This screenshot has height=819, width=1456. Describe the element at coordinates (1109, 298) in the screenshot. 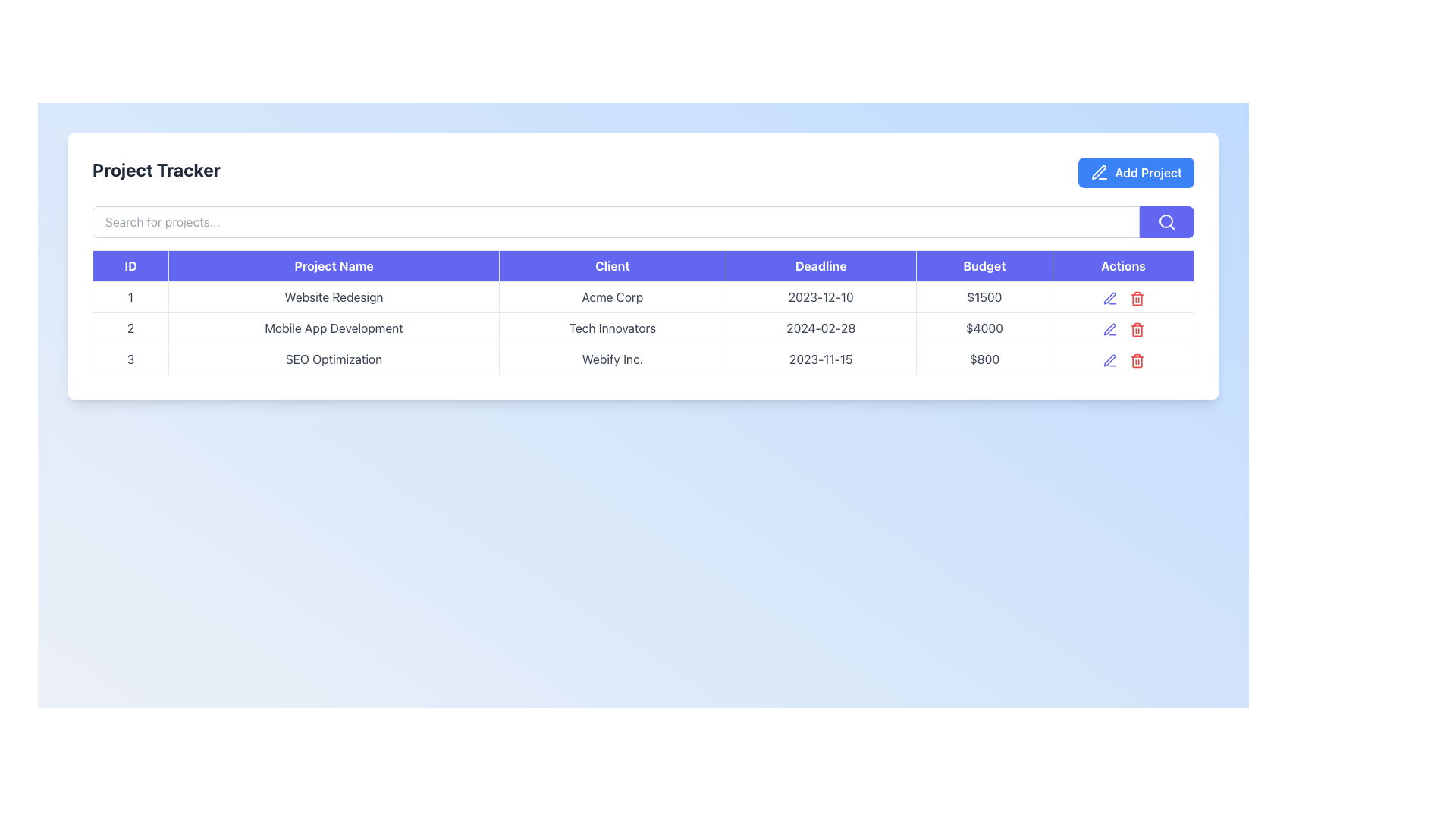

I see `the small blue pencil icon located in the upper-right corner of the interface within the 'Actions' column of the project tracker table to initiate an edit` at that location.